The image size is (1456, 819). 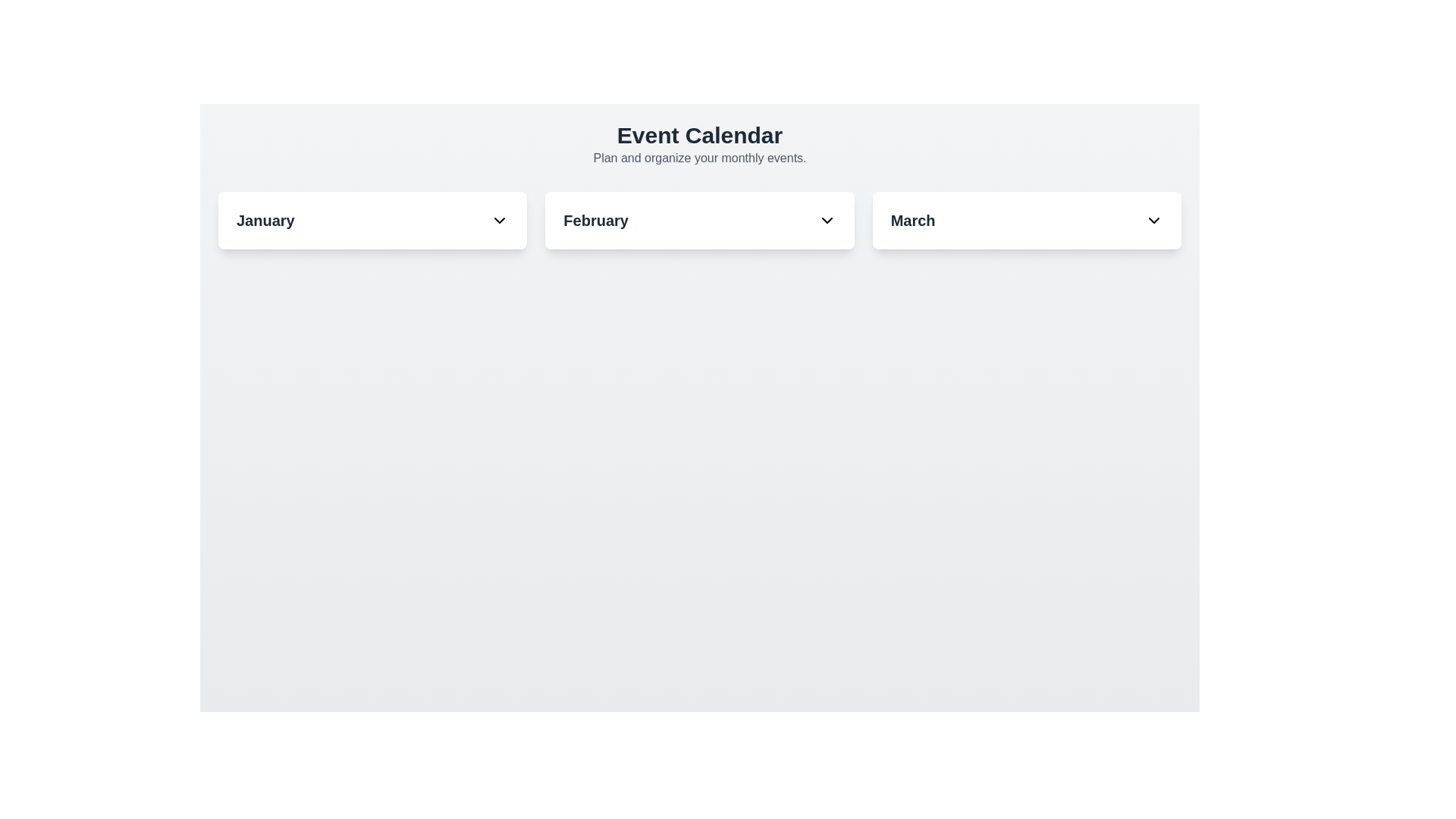 I want to click on the bold text label displaying 'February', so click(x=595, y=220).